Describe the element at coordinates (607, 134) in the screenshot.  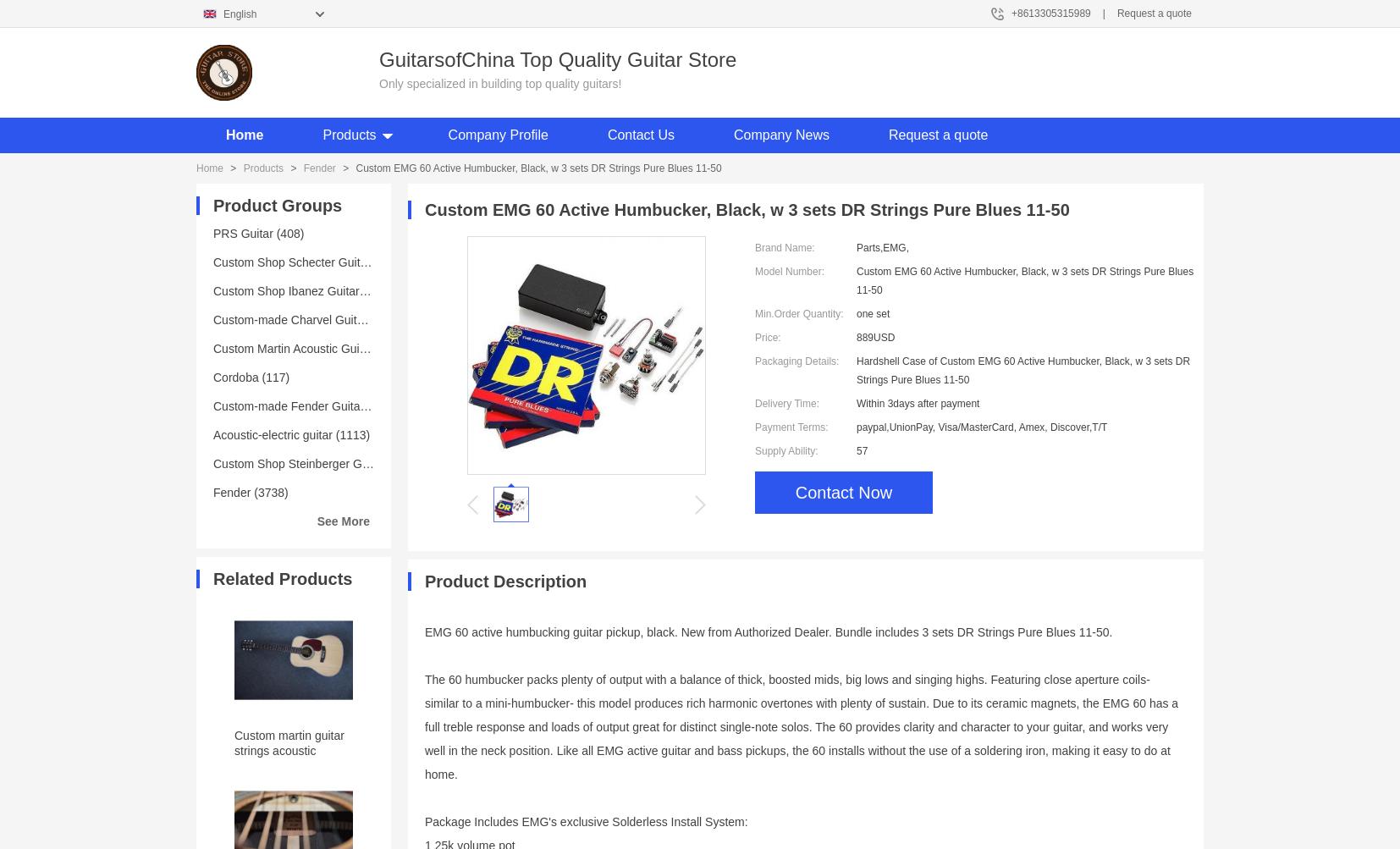
I see `'Contact Us'` at that location.